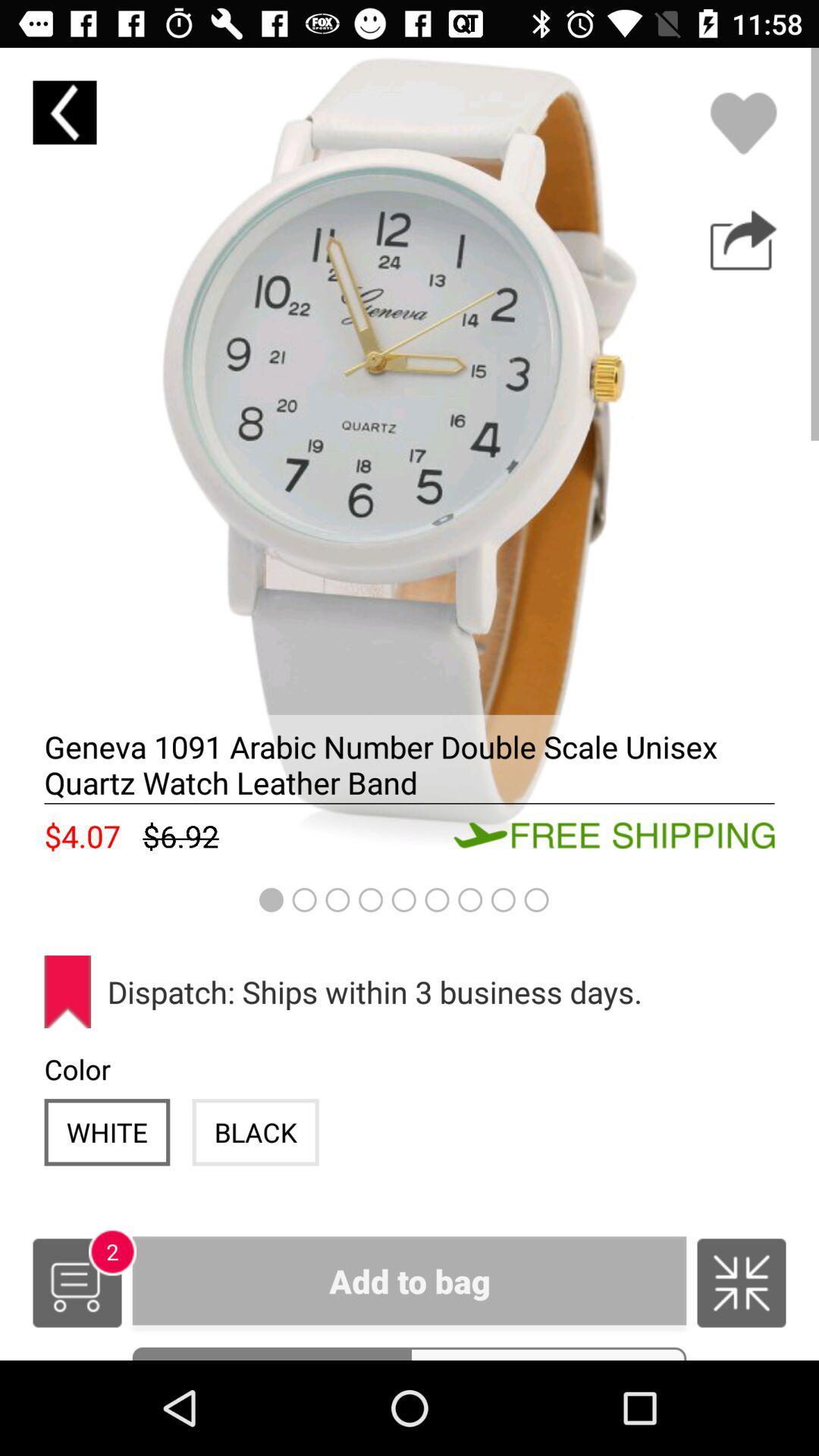  Describe the element at coordinates (548, 1354) in the screenshot. I see `the sizes` at that location.